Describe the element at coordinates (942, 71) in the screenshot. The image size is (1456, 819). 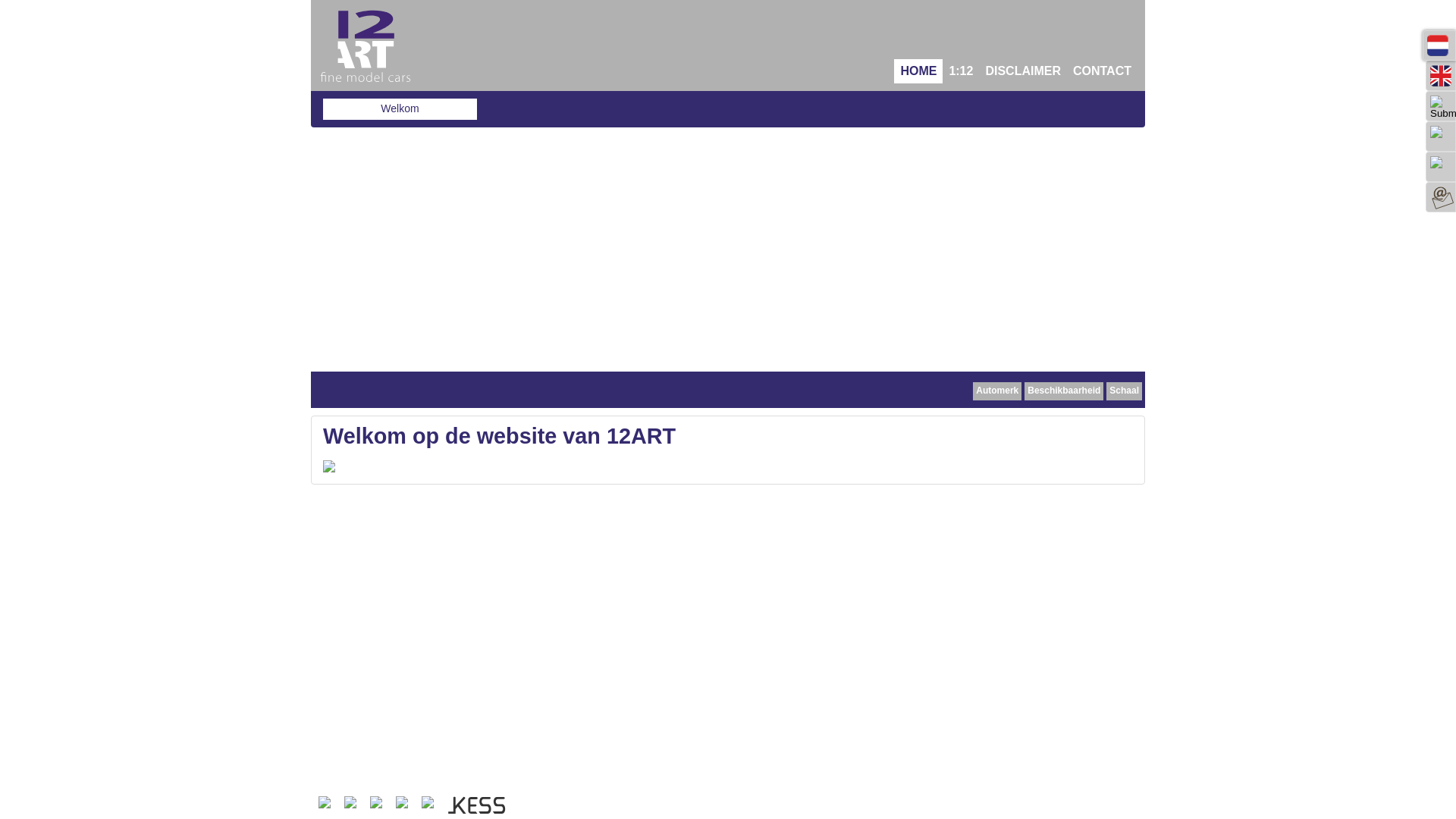
I see `'1:12'` at that location.